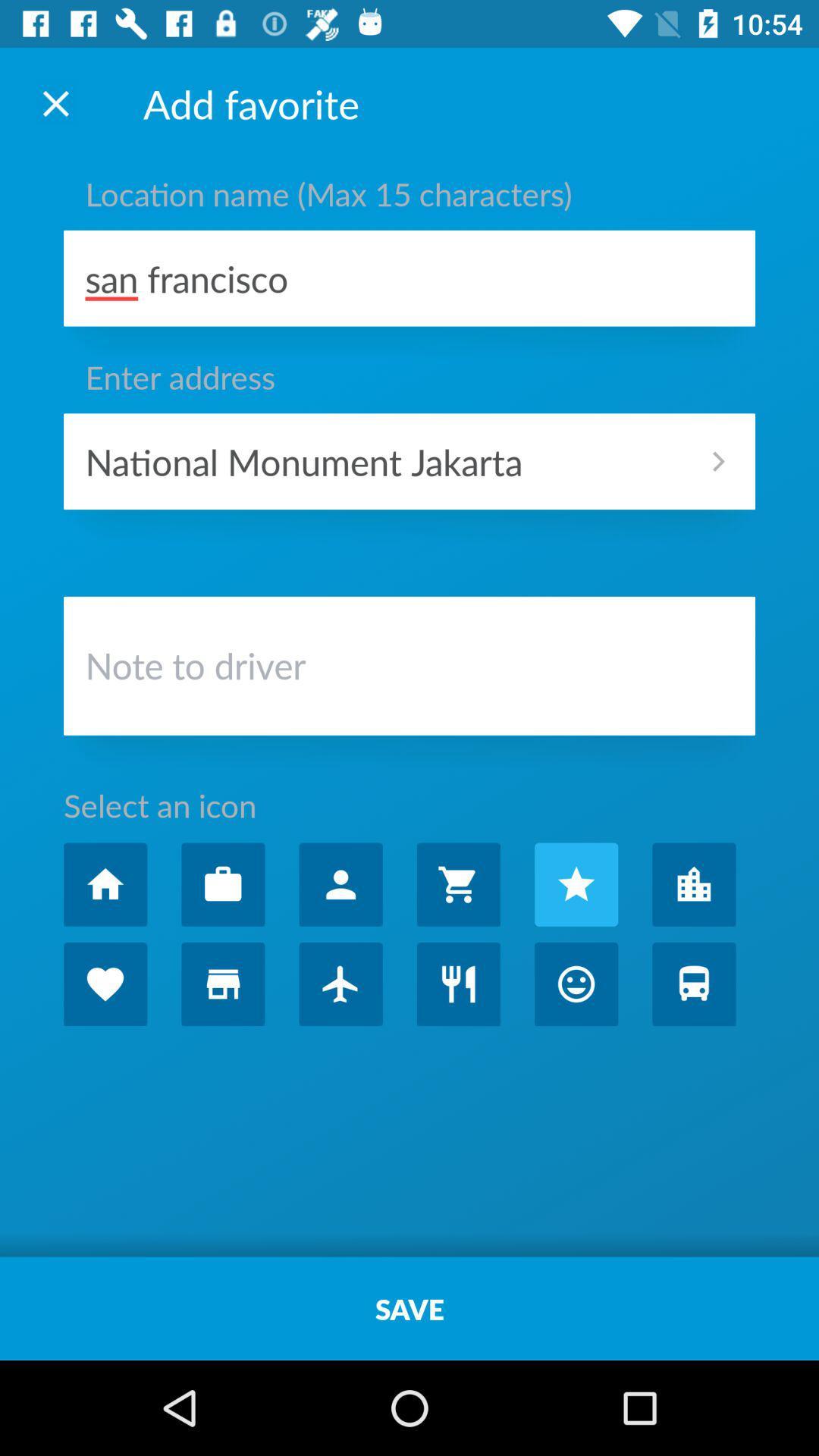  Describe the element at coordinates (105, 984) in the screenshot. I see `like button` at that location.